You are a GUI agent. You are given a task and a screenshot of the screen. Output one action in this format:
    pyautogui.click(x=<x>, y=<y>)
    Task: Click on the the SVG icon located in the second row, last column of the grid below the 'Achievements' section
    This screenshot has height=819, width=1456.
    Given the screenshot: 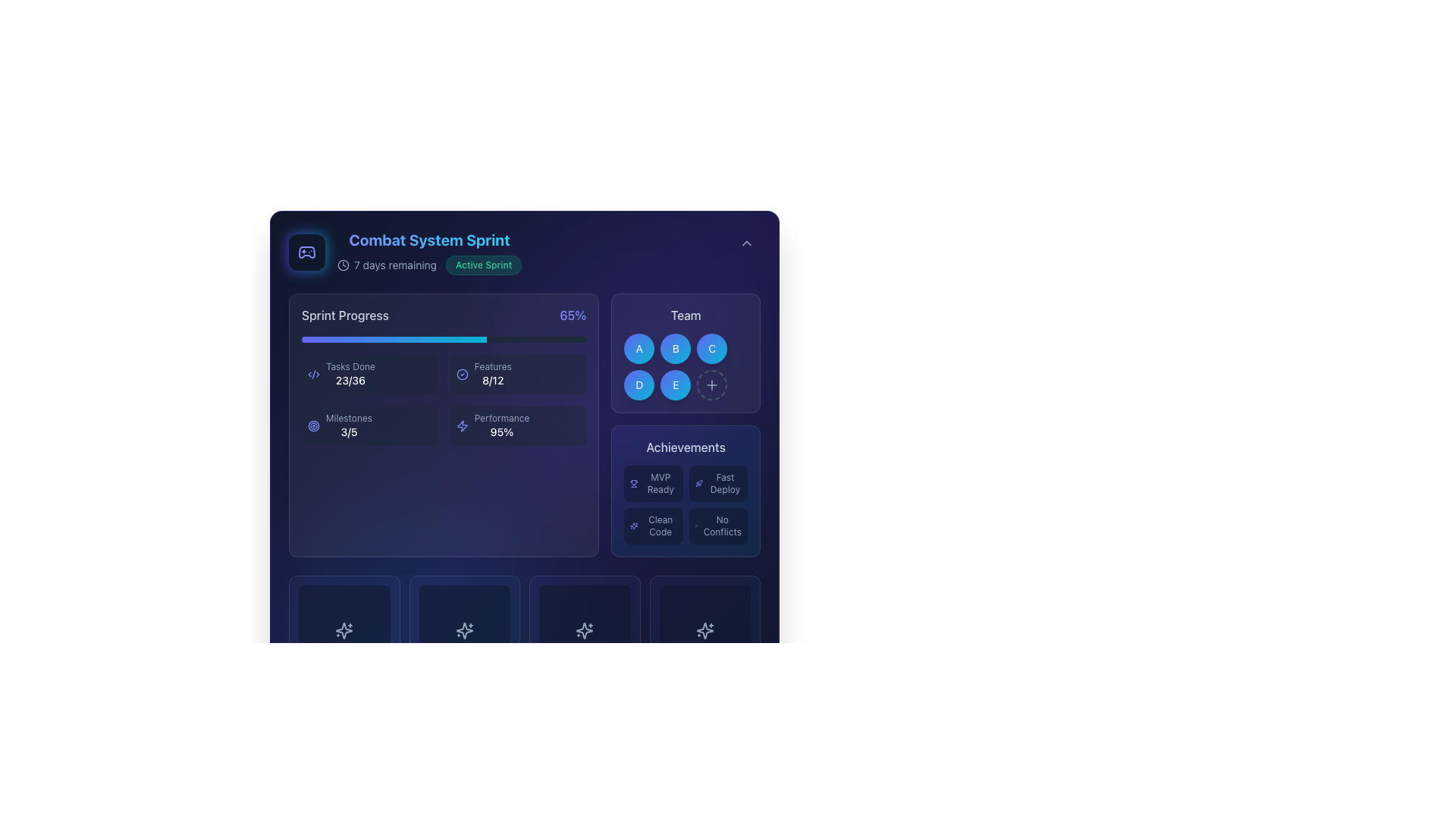 What is the action you would take?
    pyautogui.click(x=704, y=631)
    